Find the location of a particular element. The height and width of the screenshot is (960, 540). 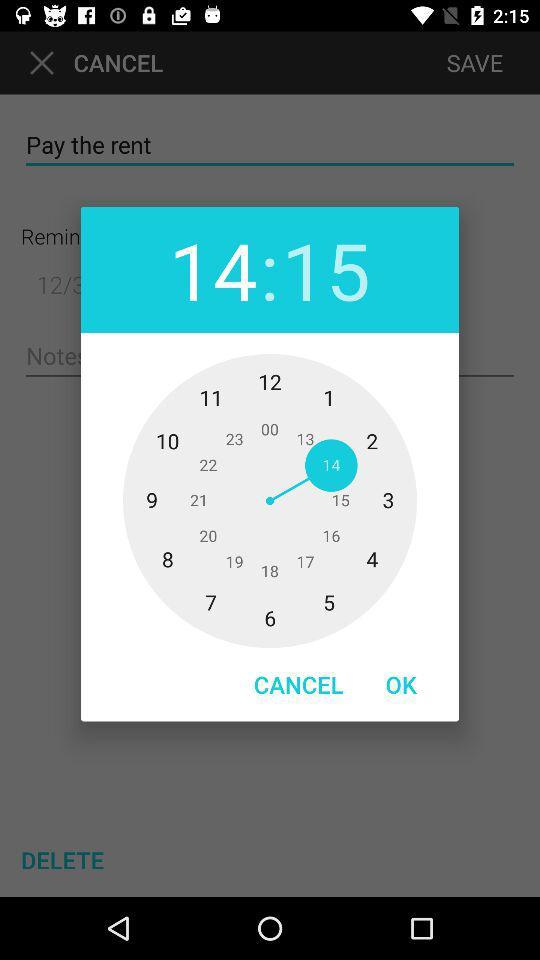

the cancel at the bottom is located at coordinates (297, 684).